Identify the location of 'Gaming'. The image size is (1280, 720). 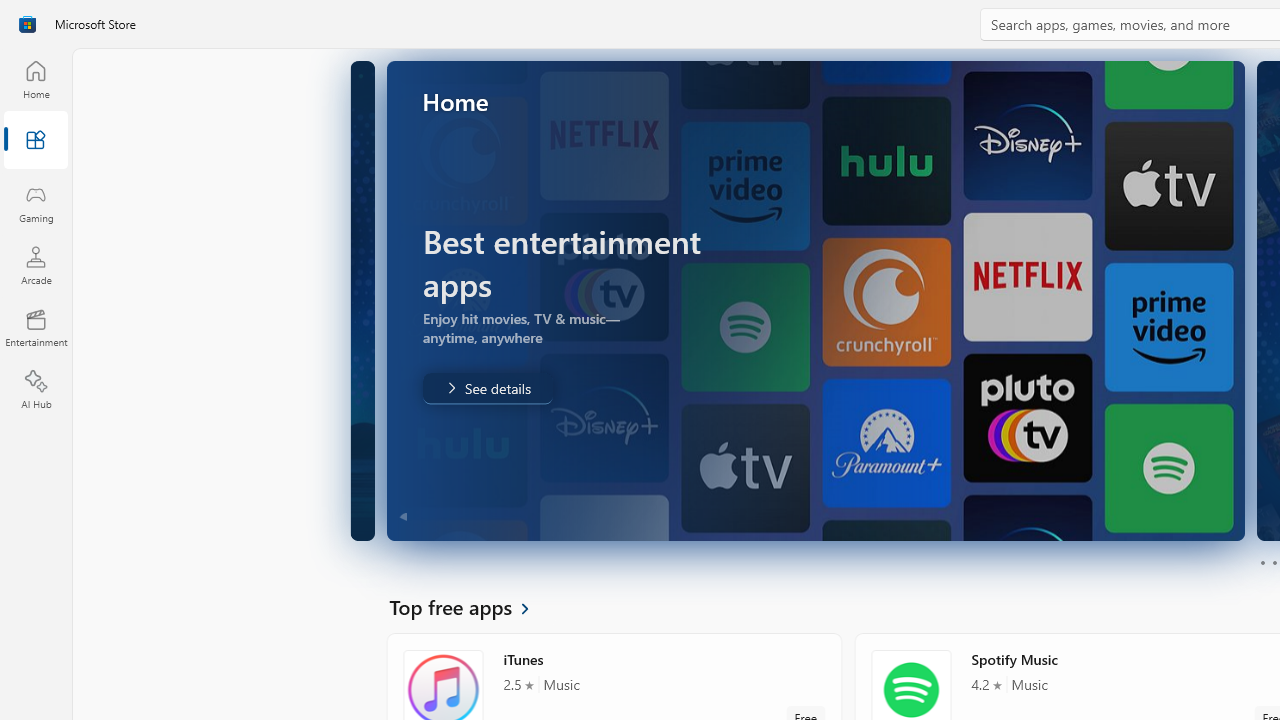
(35, 203).